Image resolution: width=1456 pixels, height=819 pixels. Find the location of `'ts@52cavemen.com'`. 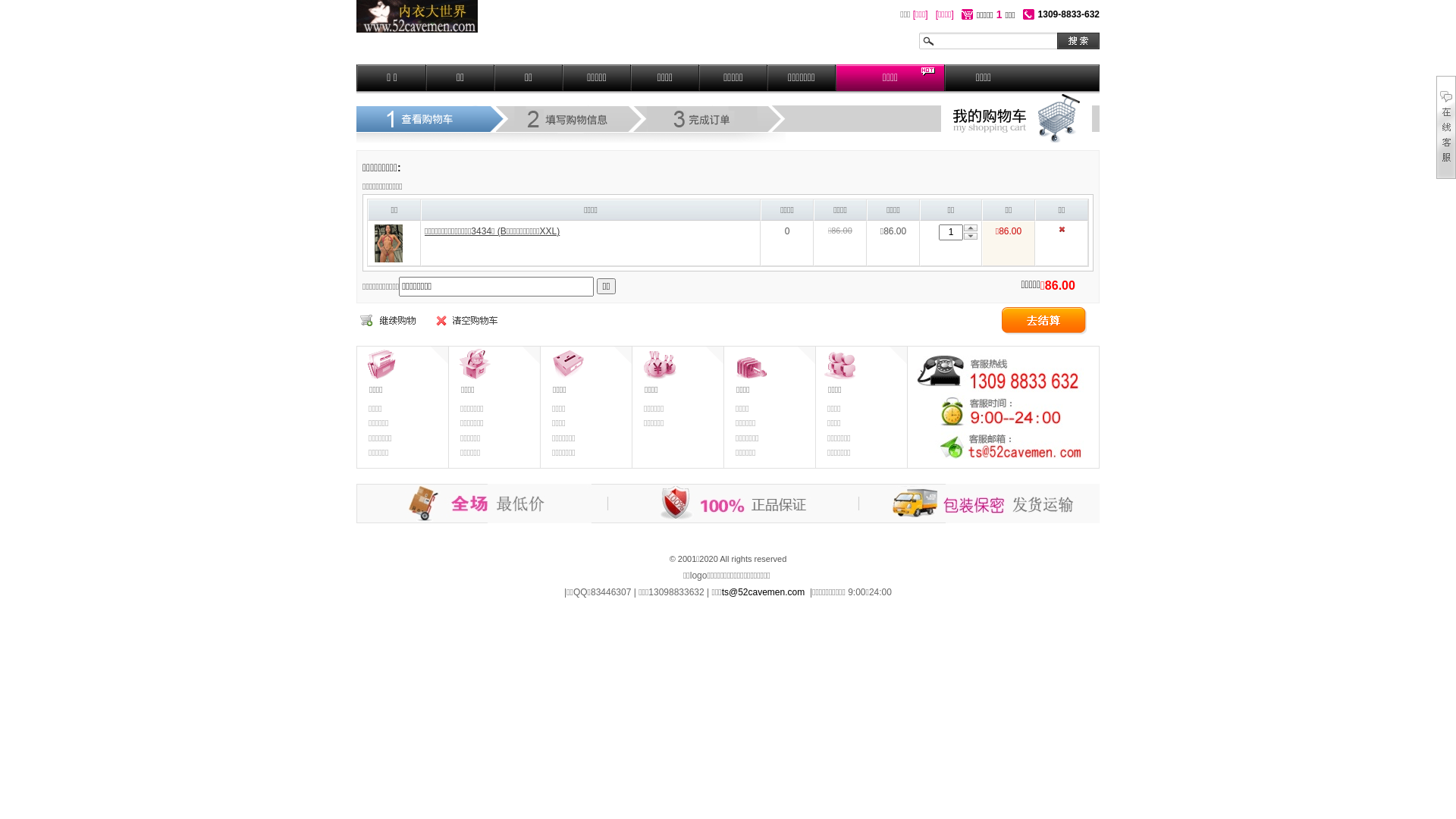

'ts@52cavemen.com' is located at coordinates (720, 591).